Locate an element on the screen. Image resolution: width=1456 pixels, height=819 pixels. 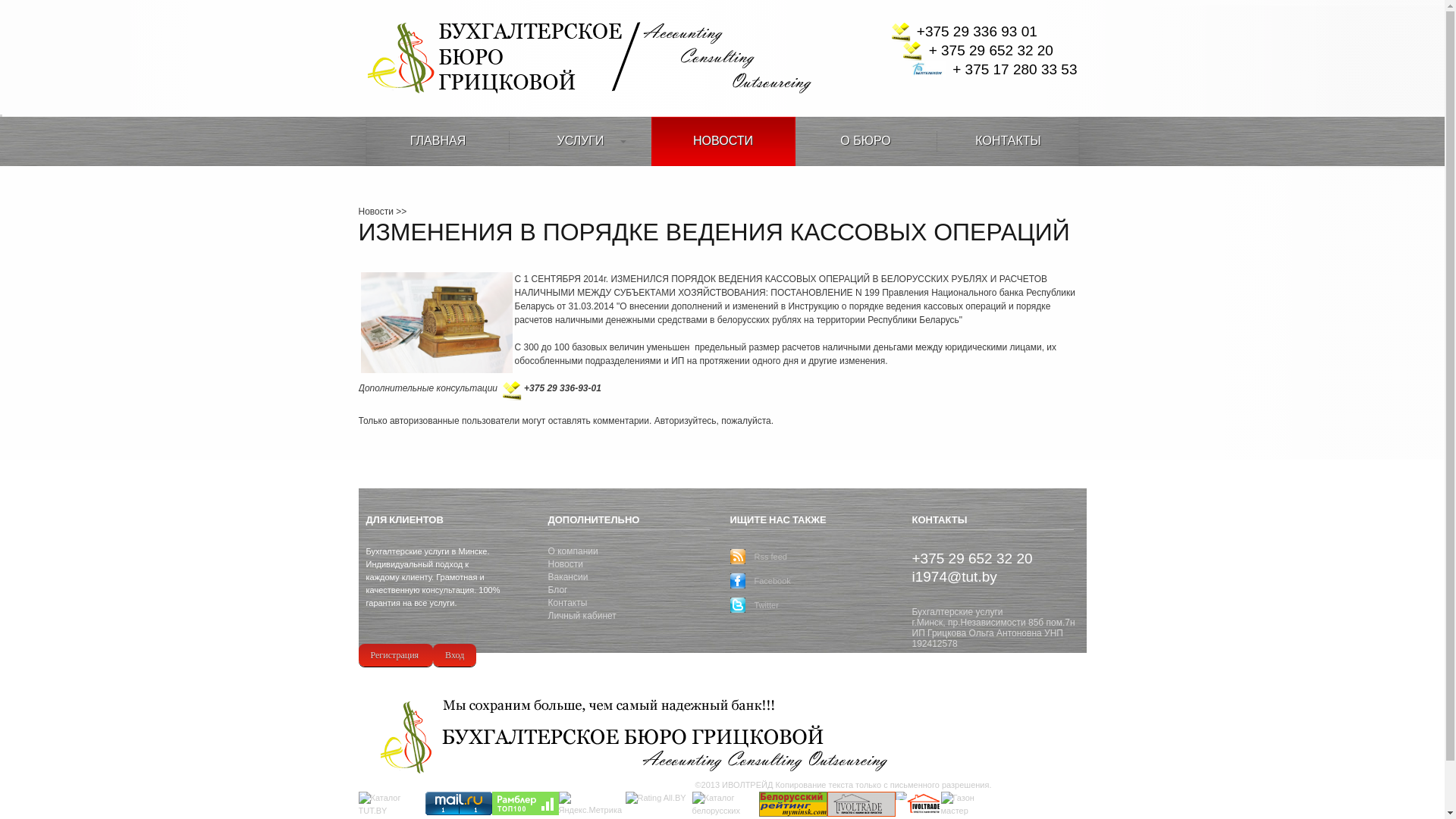
'Rss feed' is located at coordinates (770, 556).